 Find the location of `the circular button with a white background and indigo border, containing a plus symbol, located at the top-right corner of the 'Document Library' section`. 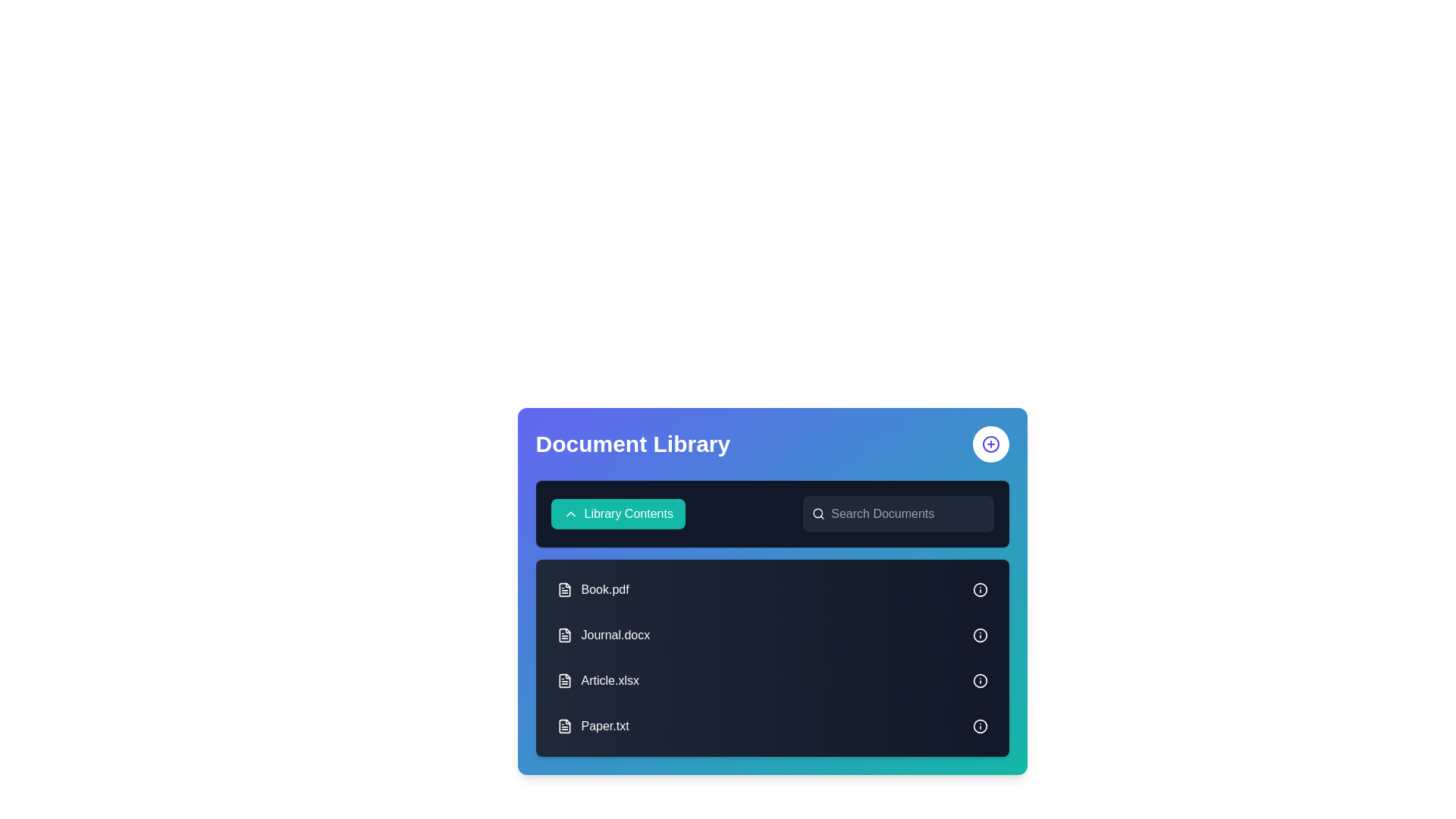

the circular button with a white background and indigo border, containing a plus symbol, located at the top-right corner of the 'Document Library' section is located at coordinates (990, 444).